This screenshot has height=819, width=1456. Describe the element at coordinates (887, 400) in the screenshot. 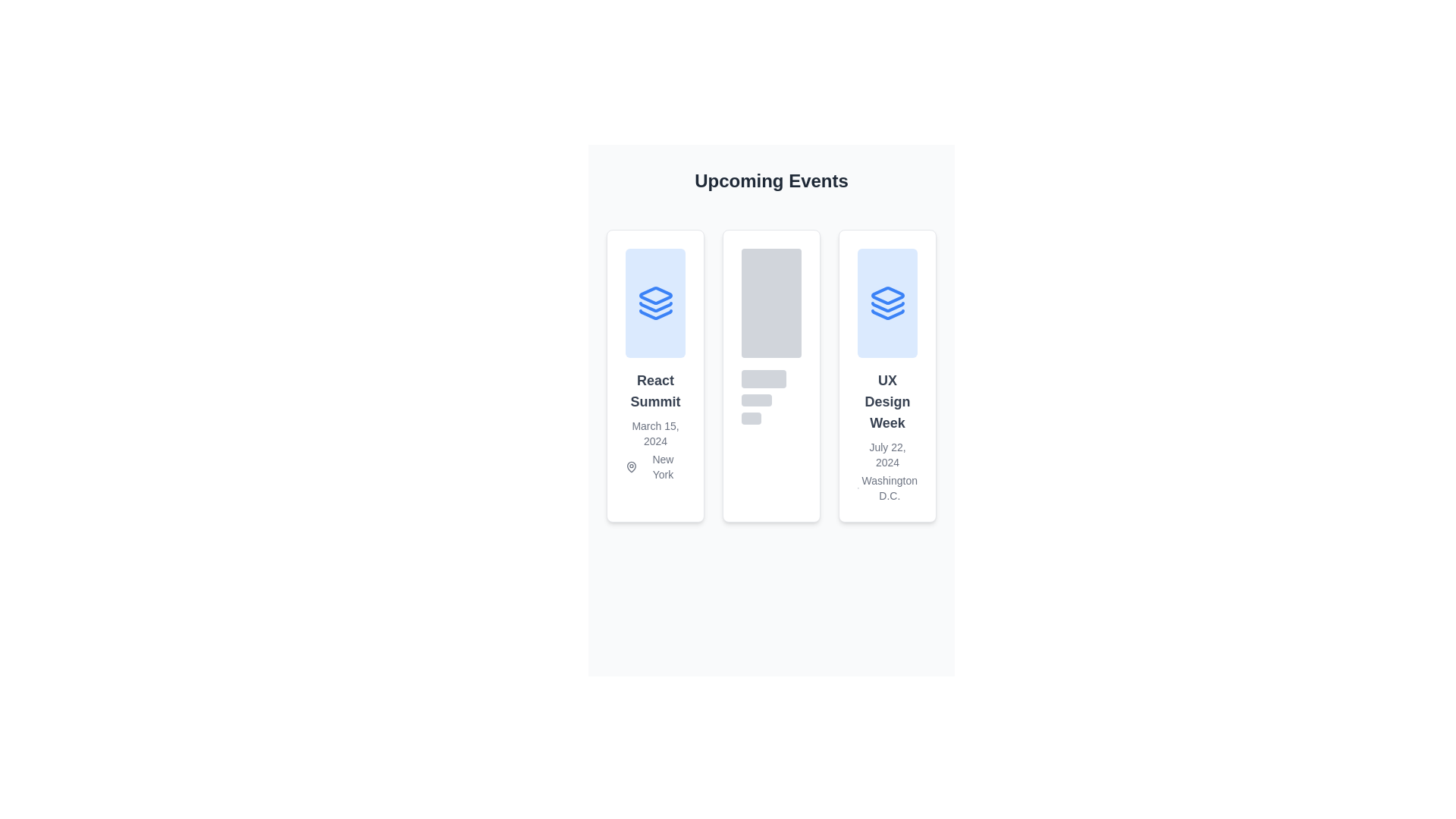

I see `text displayed in the title of the third event card from the left, which is positioned above the date and location details and below the event icon` at that location.